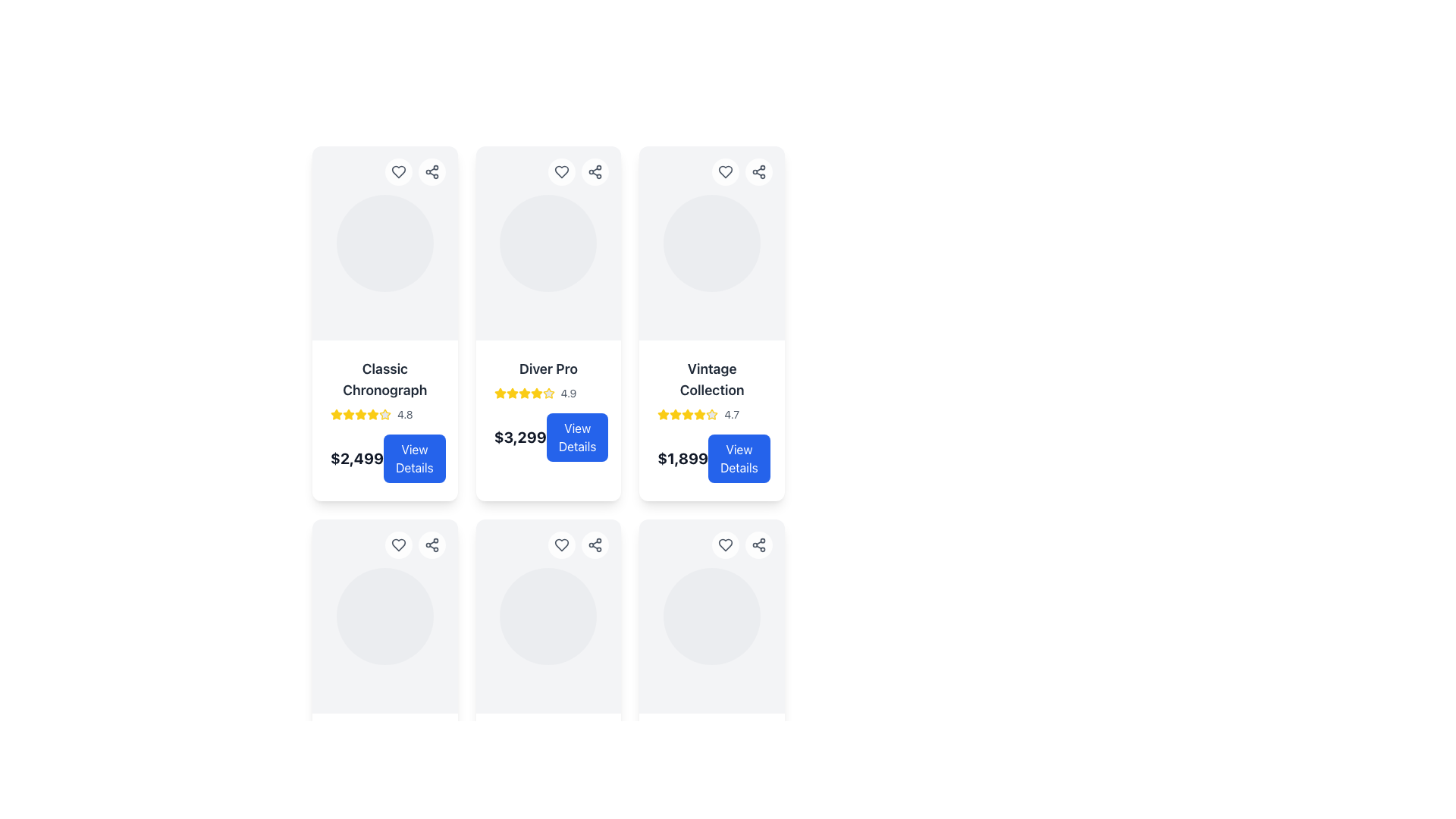  I want to click on the circular gray placeholder in the 'Diver Pro' card, which is animated to pulse and represents a loading or empty state, so click(548, 242).